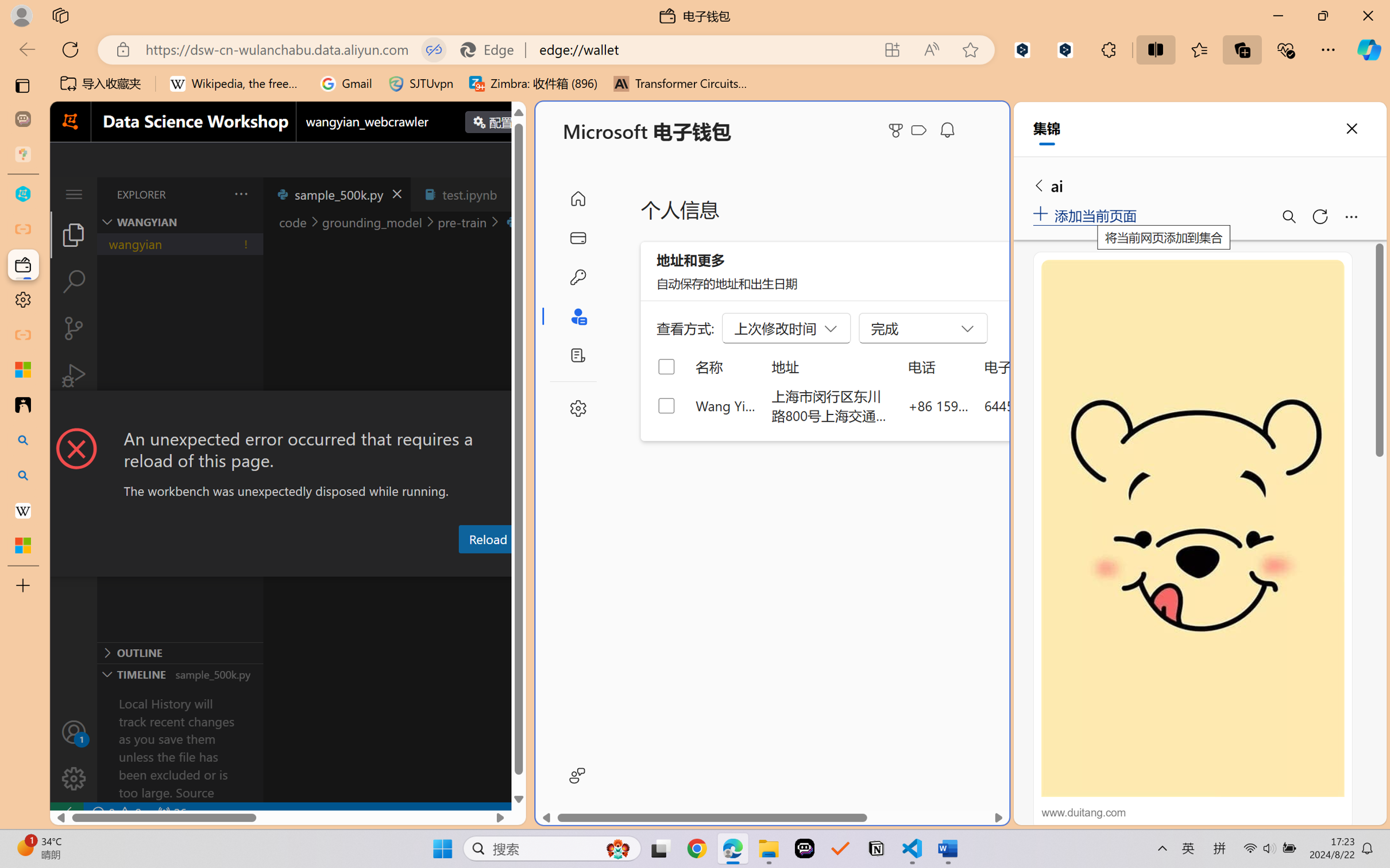 Image resolution: width=1390 pixels, height=868 pixels. I want to click on 'No Problems', so click(115, 812).